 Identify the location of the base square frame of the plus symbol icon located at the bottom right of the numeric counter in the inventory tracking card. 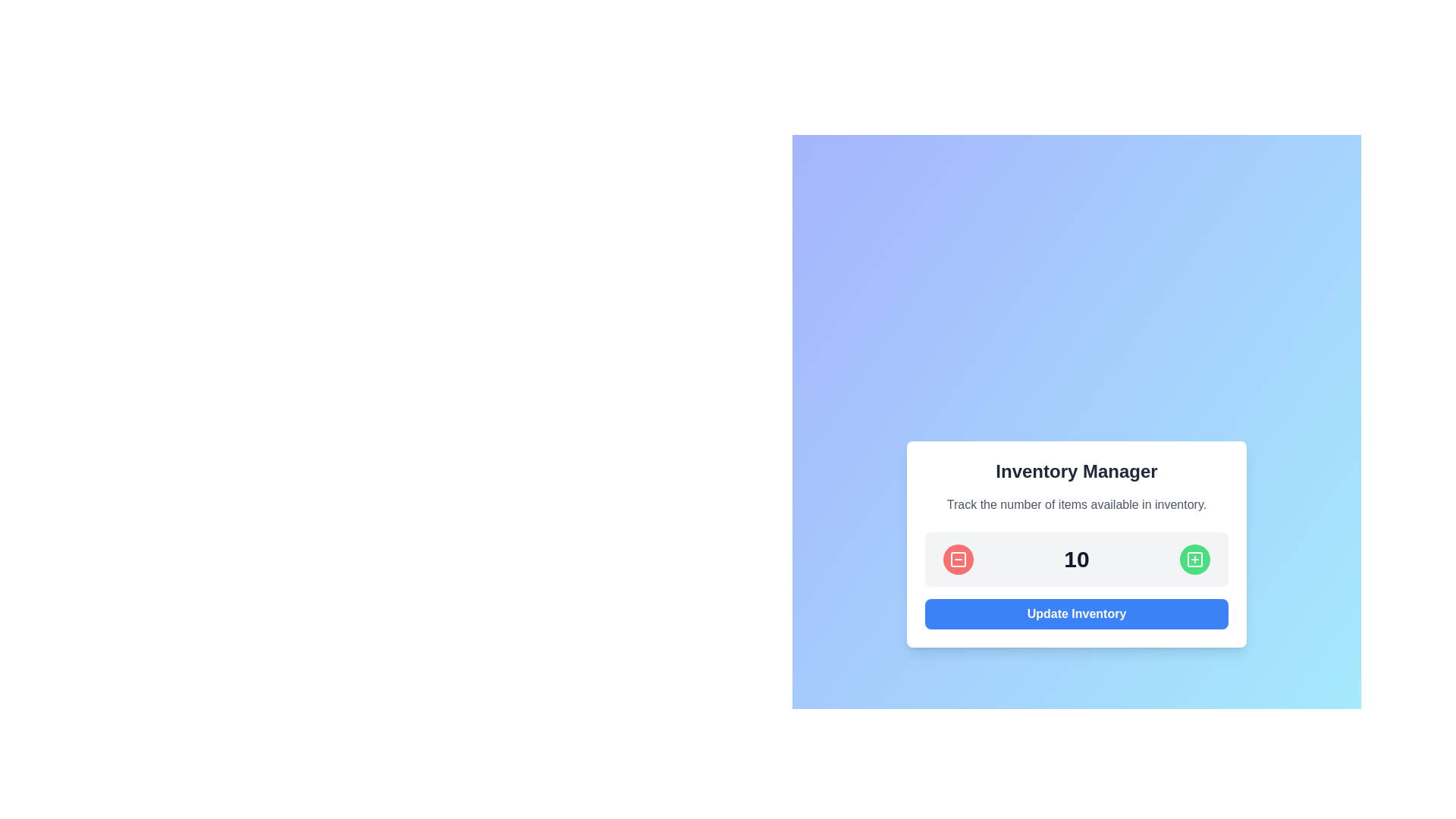
(1194, 559).